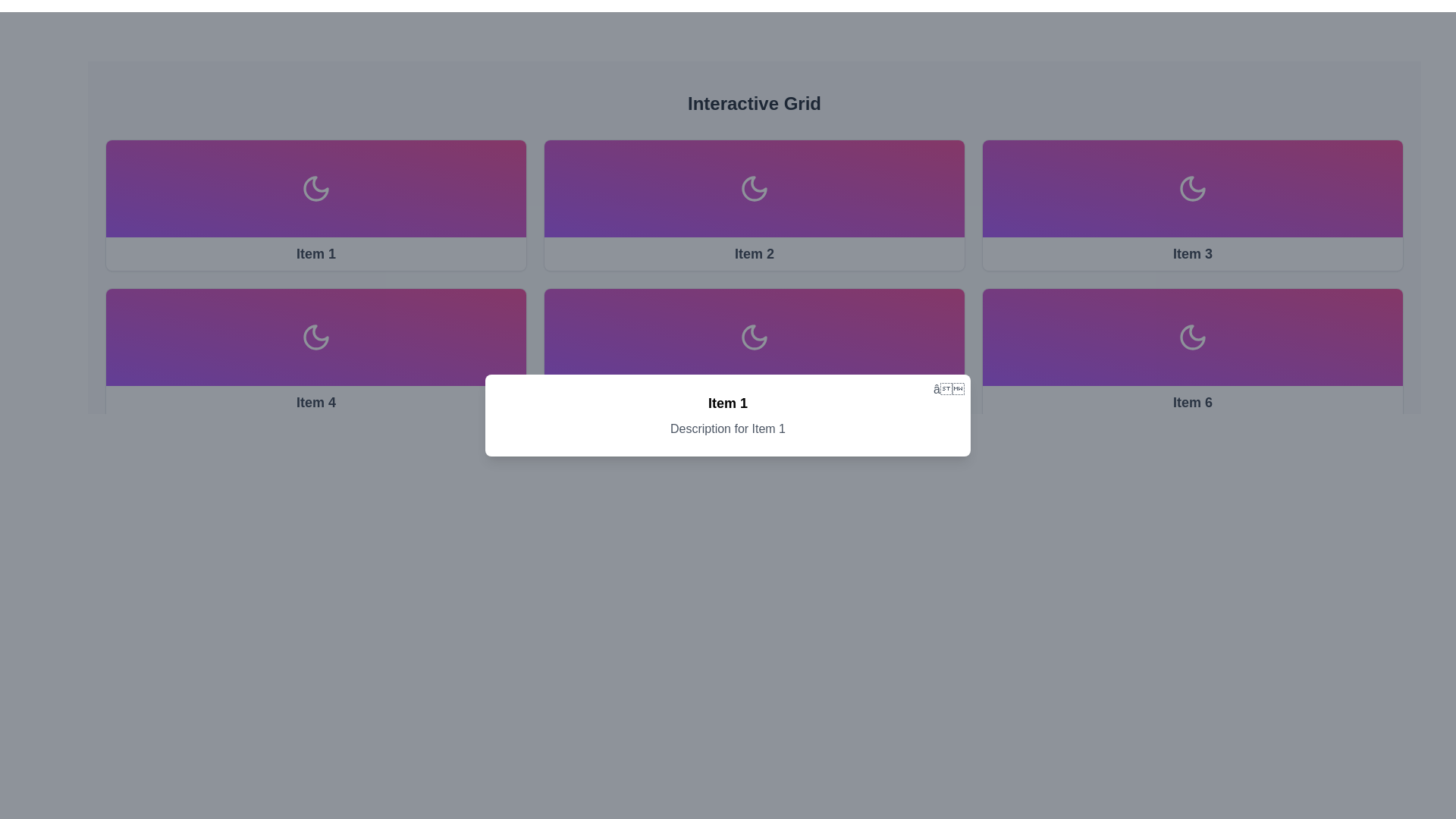 The image size is (1456, 819). What do you see at coordinates (754, 336) in the screenshot?
I see `the crescent moon icon, which is white and centrally located in the fourth card of a grid layout with a gradient purple background` at bounding box center [754, 336].